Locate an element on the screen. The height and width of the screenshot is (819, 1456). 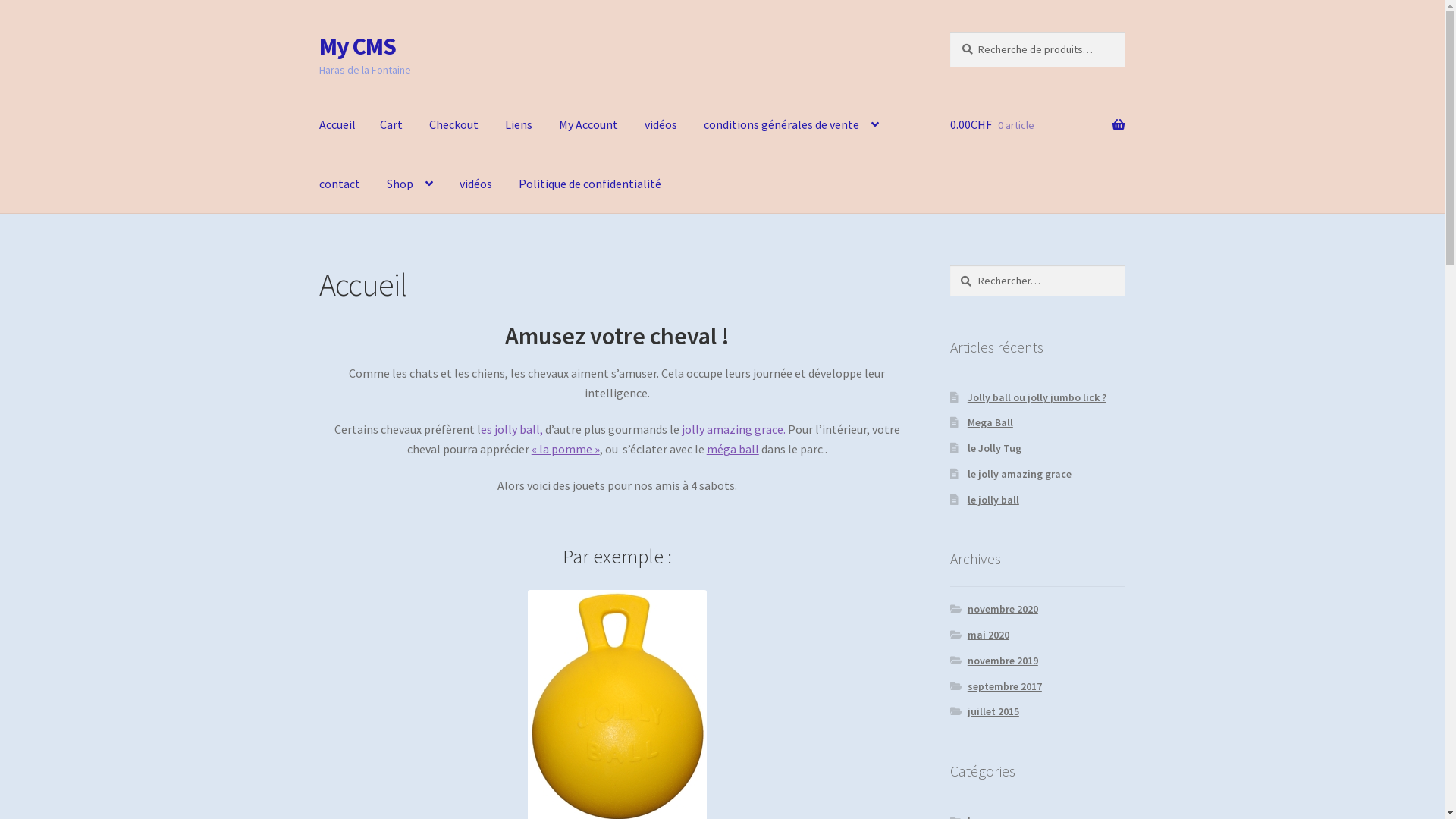
'Mega Ball' is located at coordinates (967, 422).